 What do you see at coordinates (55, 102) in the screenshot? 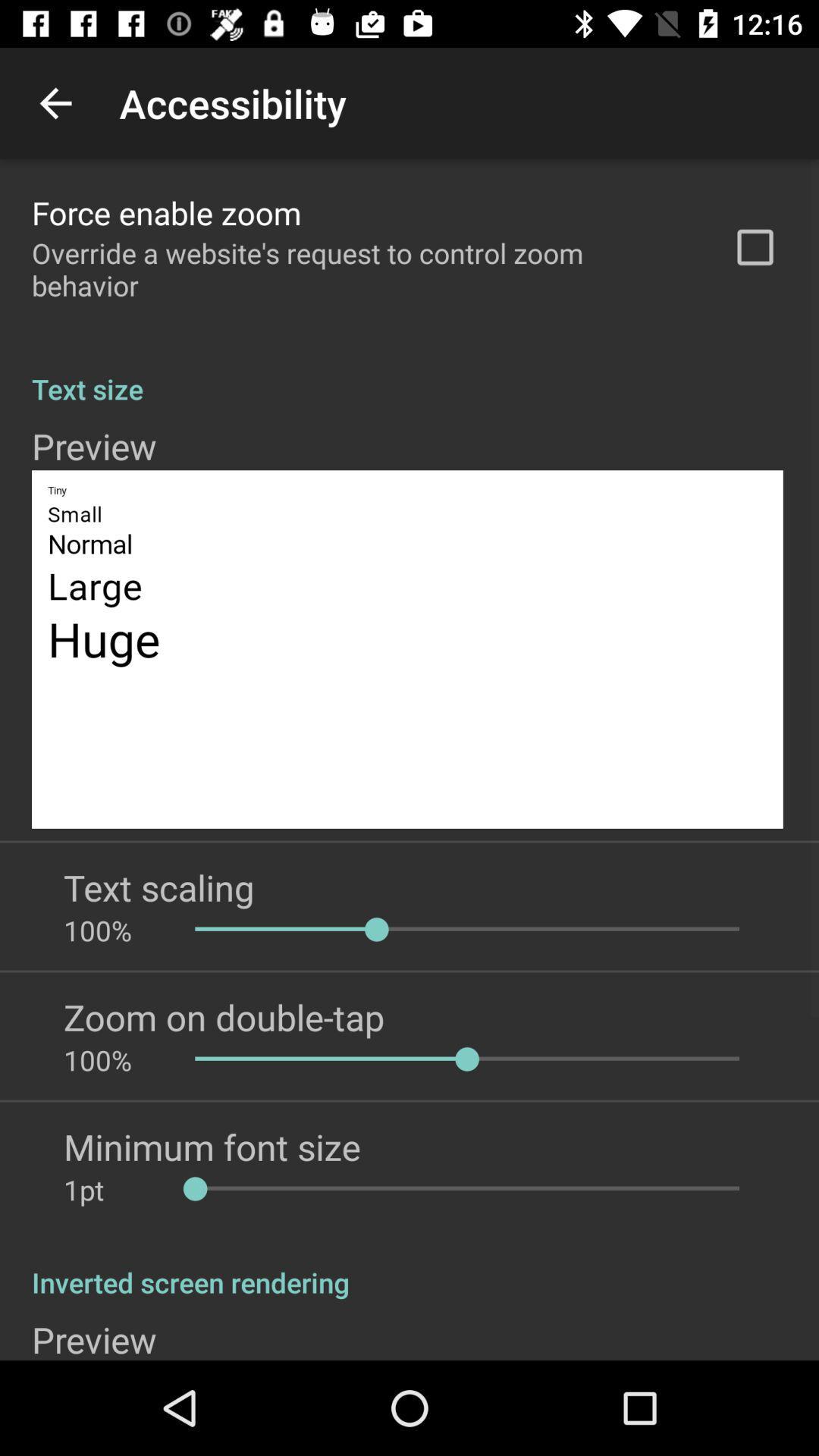
I see `the item next to the accessibility item` at bounding box center [55, 102].